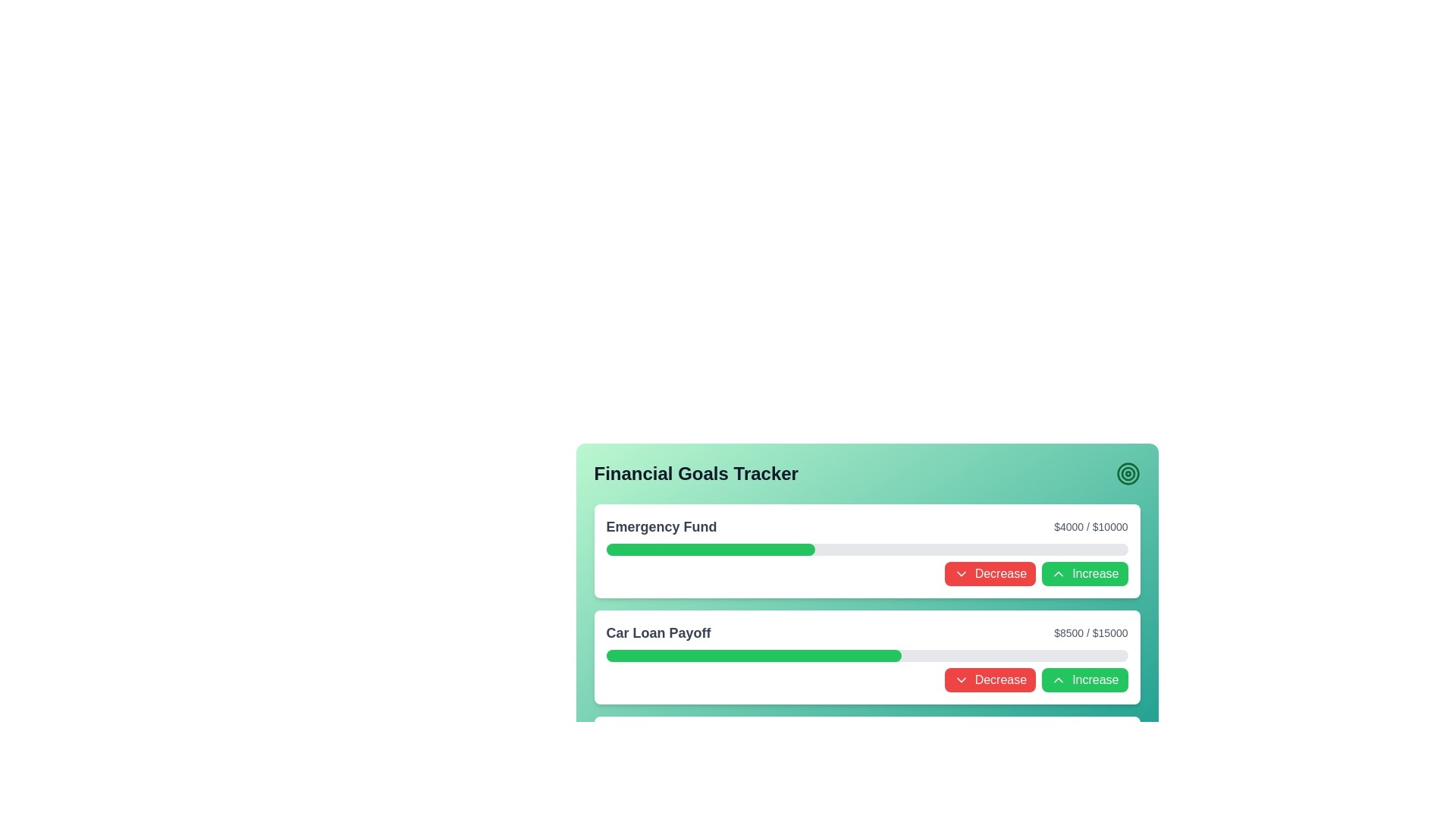  I want to click on the small downwards-pointing chevron icon located to the left of the 'Decrease' button with a red background and white text, so click(960, 573).